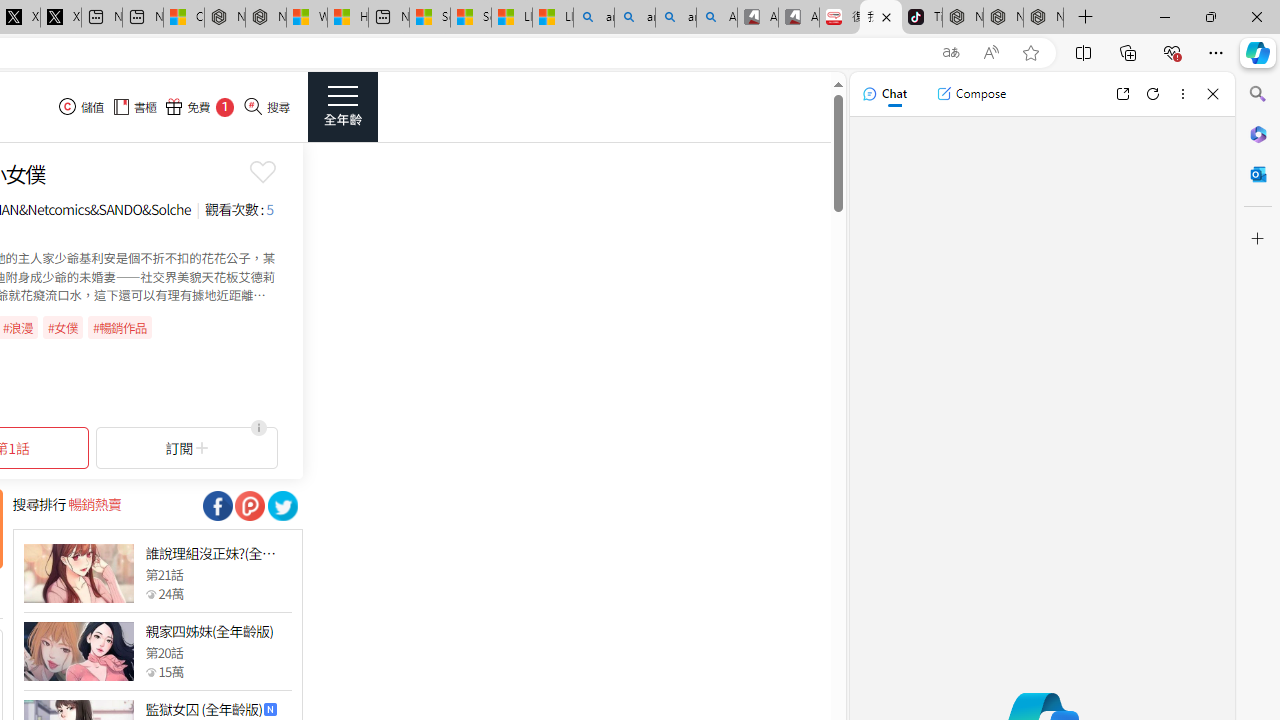  I want to click on 'Chat', so click(883, 93).